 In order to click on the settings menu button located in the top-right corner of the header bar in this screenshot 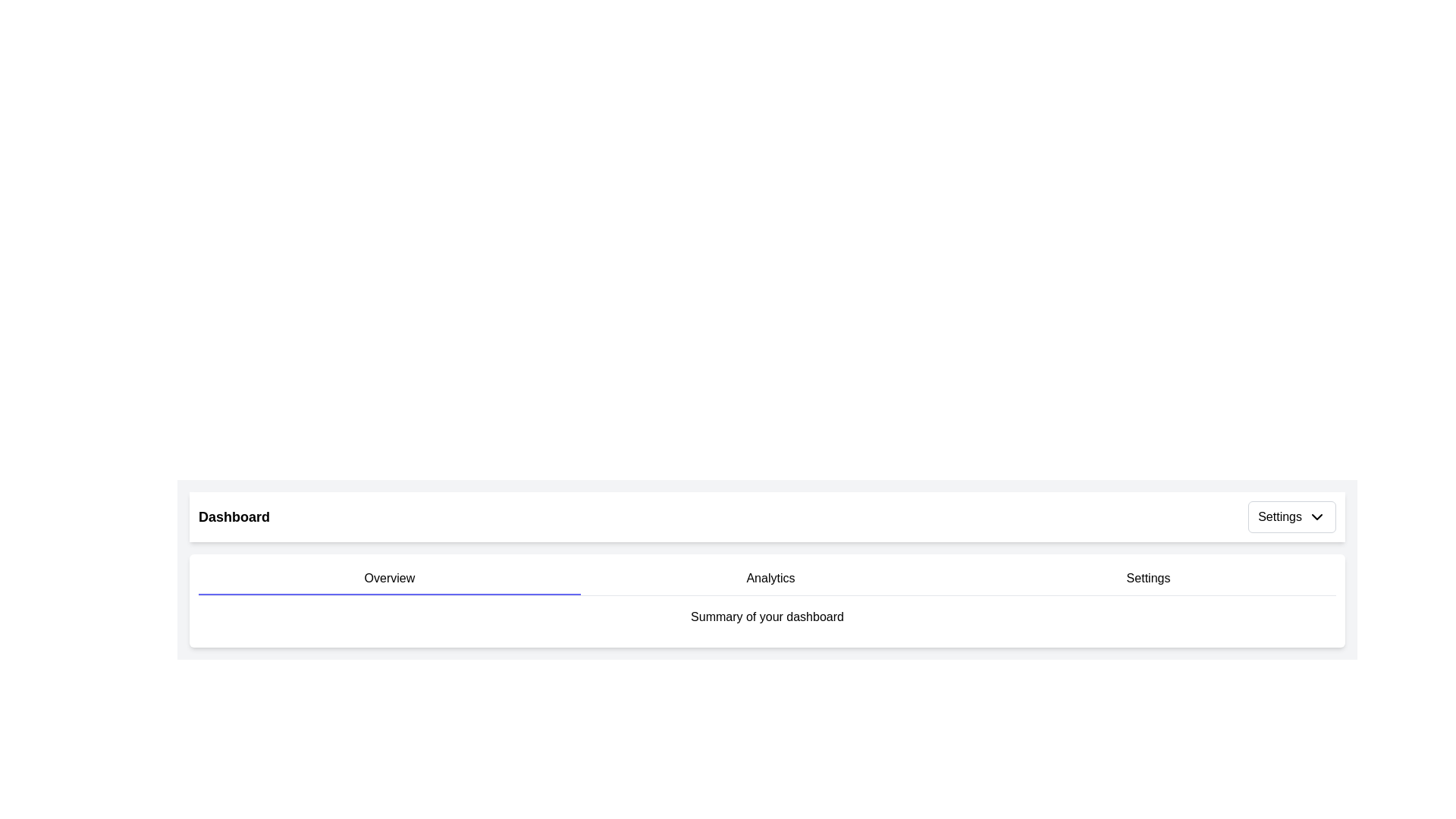, I will do `click(1291, 516)`.